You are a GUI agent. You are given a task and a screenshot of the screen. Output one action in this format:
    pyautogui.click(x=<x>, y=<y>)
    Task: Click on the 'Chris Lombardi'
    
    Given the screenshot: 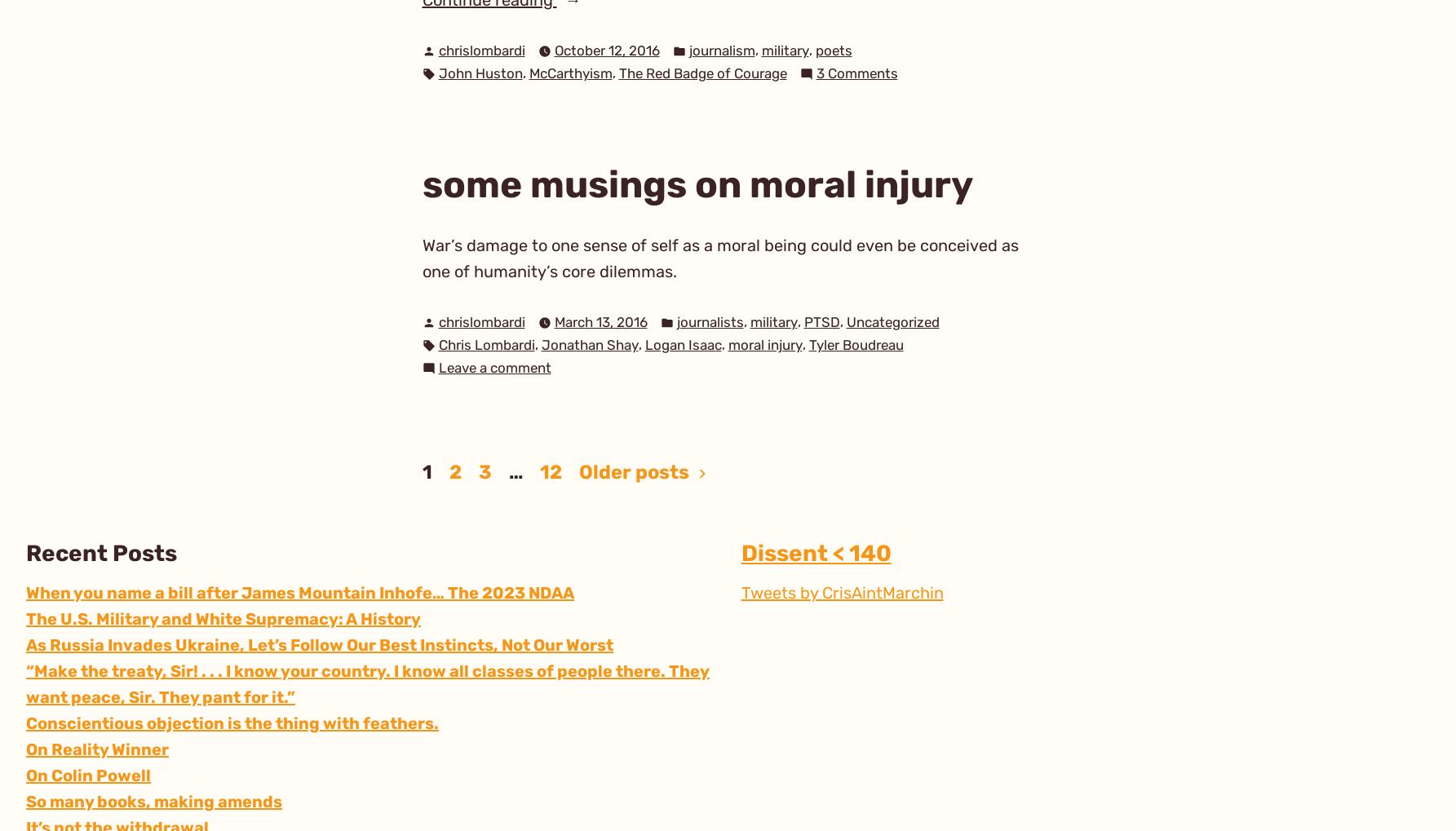 What is the action you would take?
    pyautogui.click(x=486, y=344)
    